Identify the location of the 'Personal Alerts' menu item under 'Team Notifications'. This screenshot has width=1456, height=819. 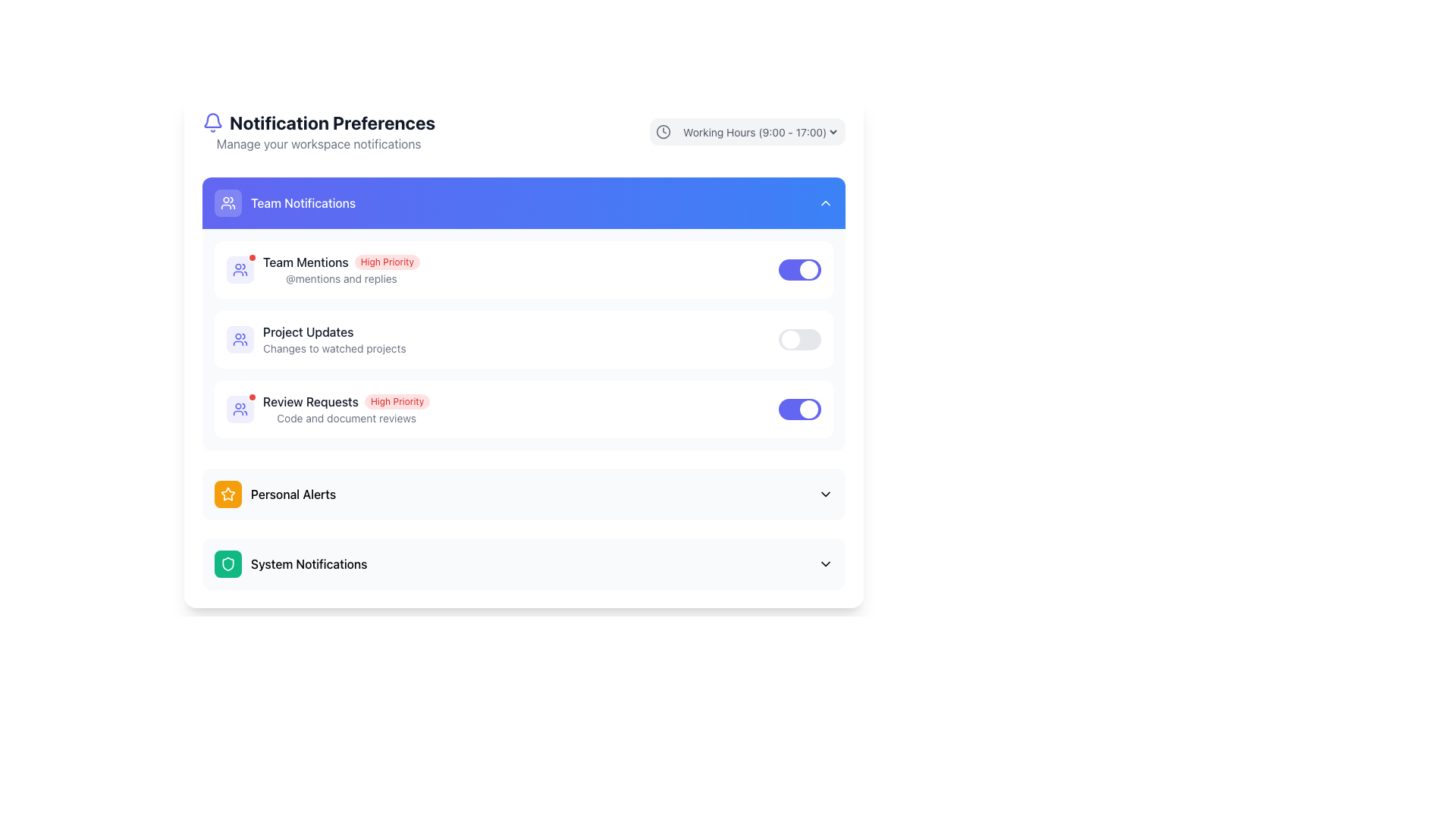
(275, 494).